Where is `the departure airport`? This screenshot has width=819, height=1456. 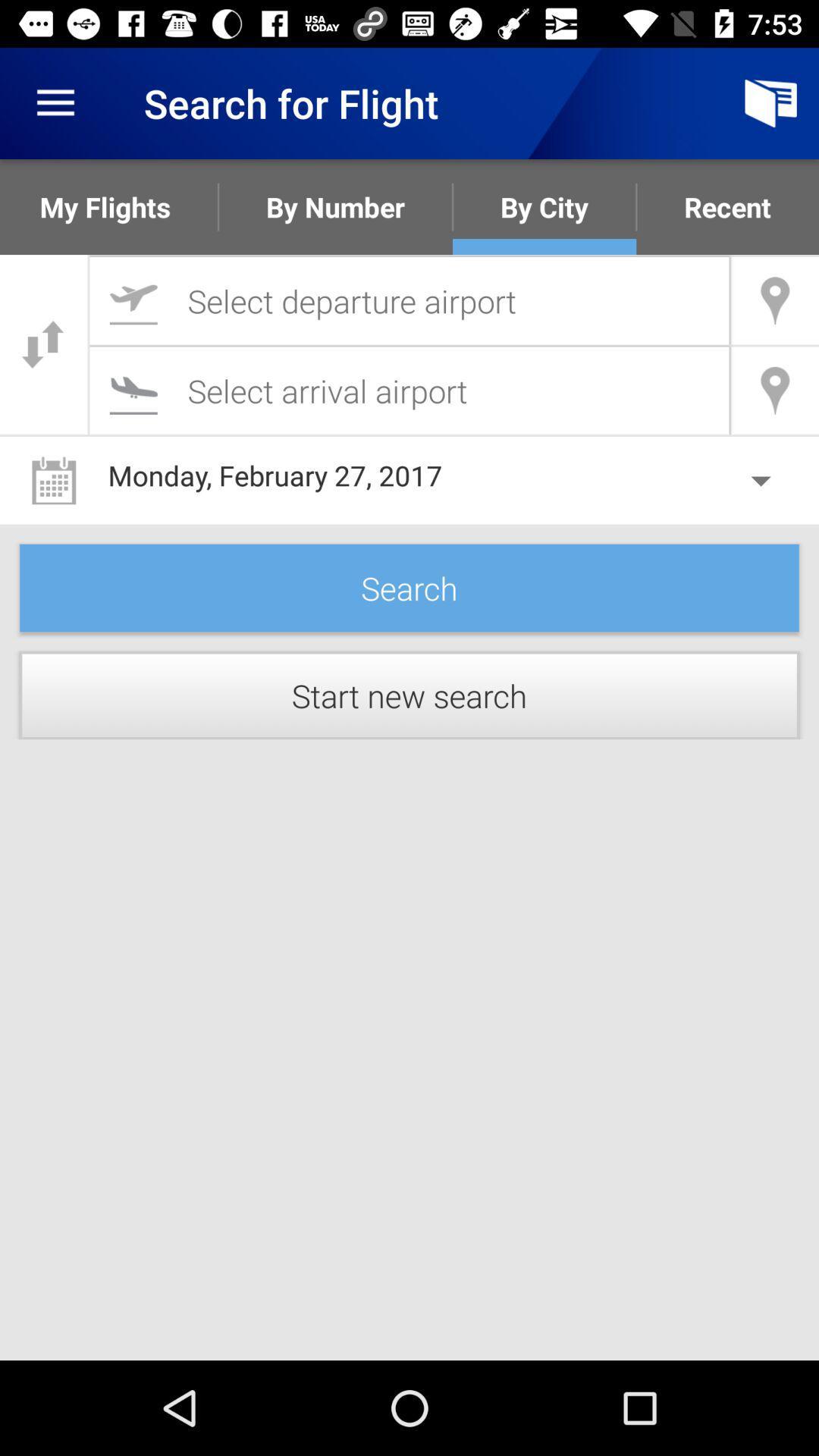 the departure airport is located at coordinates (409, 300).